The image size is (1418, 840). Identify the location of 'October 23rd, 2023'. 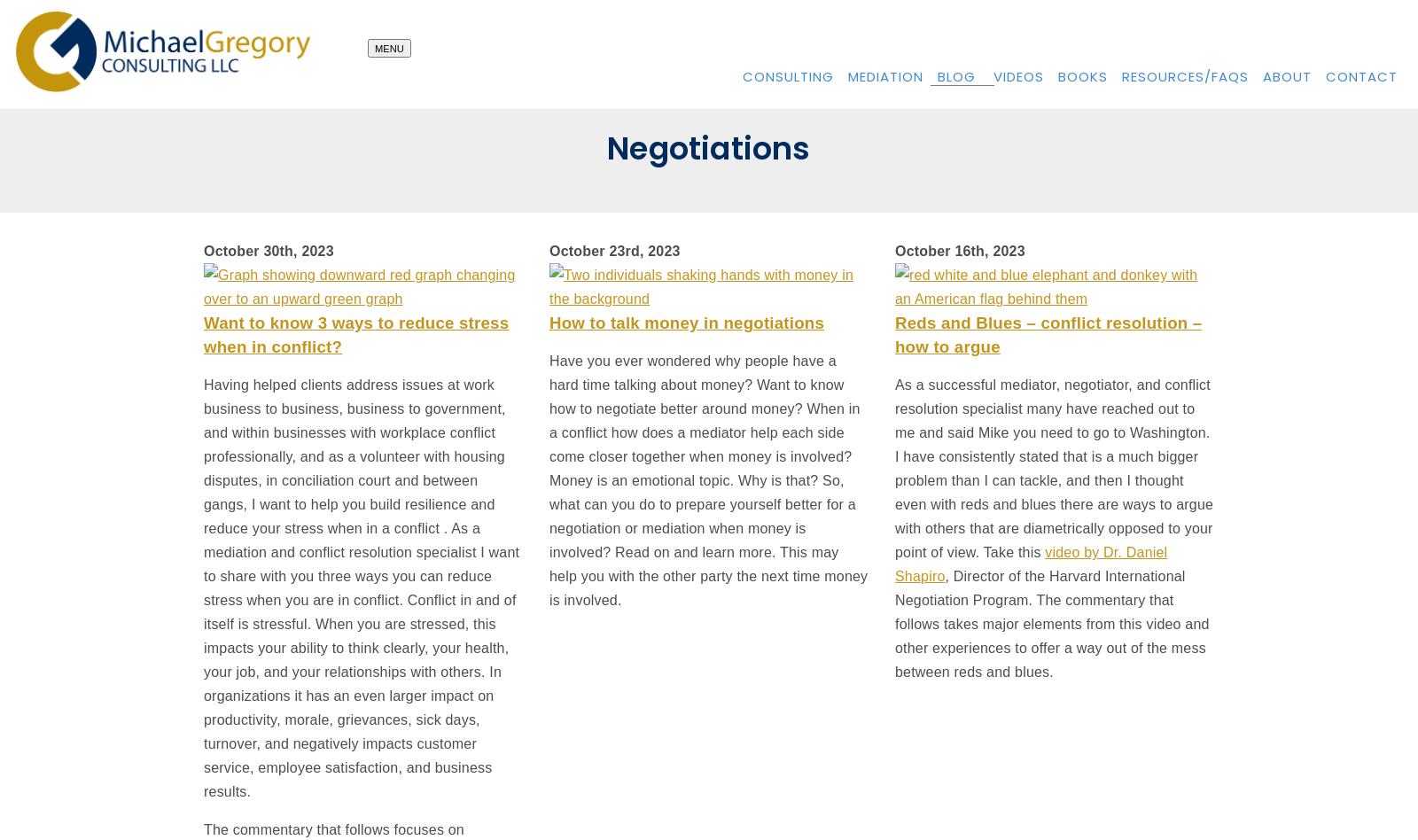
(614, 251).